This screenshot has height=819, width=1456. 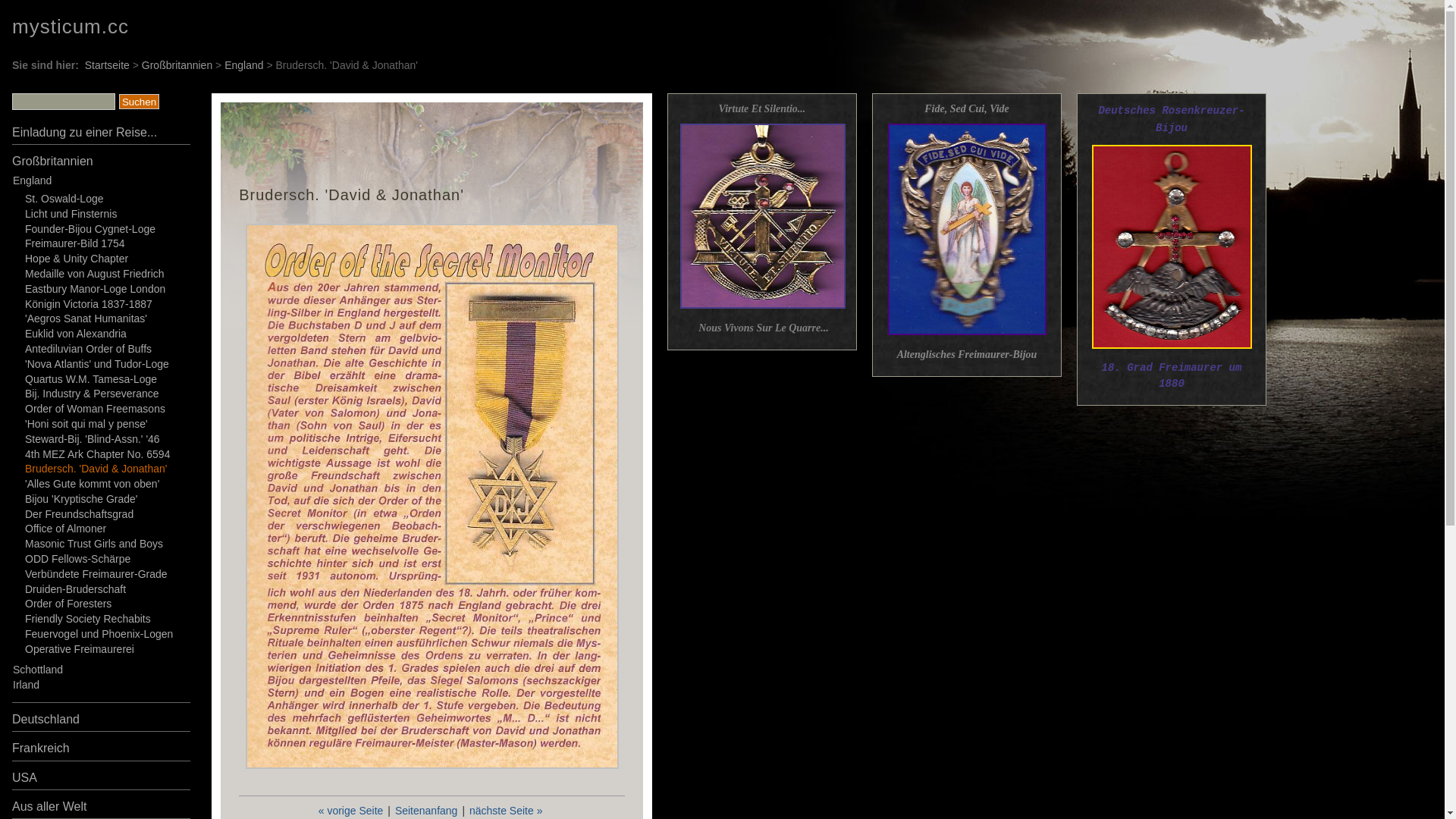 What do you see at coordinates (87, 348) in the screenshot?
I see `'Antediluvian Order of Buffs'` at bounding box center [87, 348].